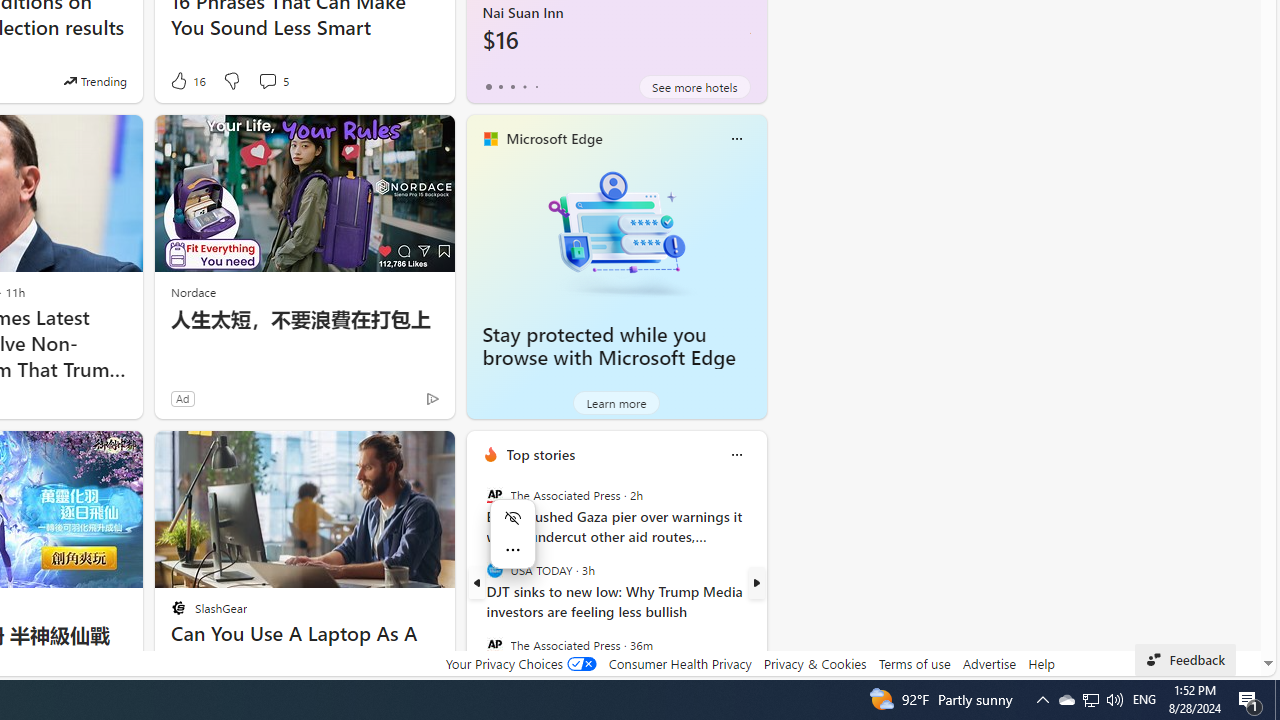 This screenshot has height=720, width=1280. What do you see at coordinates (475, 583) in the screenshot?
I see `'previous'` at bounding box center [475, 583].